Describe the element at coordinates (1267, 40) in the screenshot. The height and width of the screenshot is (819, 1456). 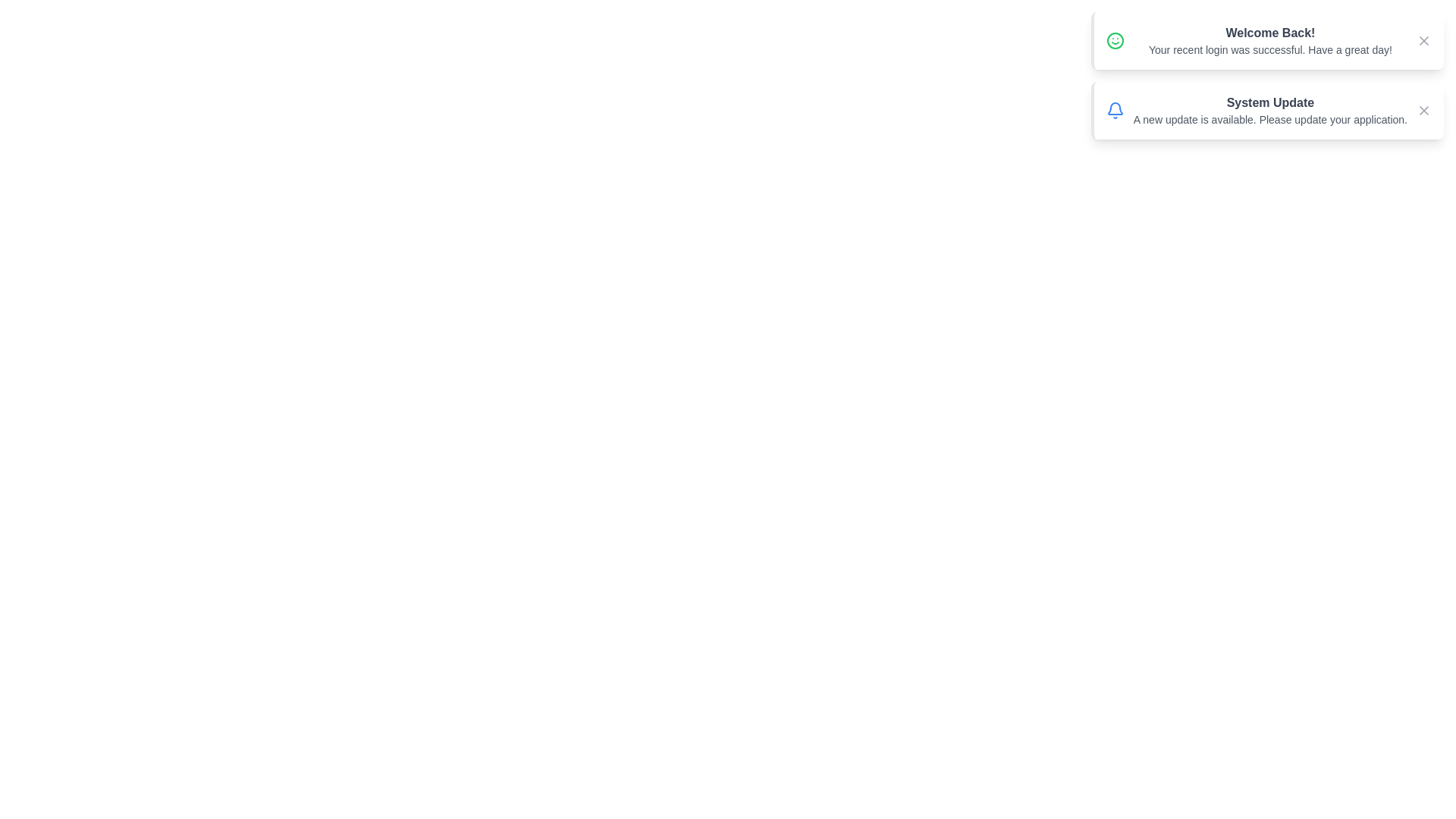
I see `the notification with title 'Welcome Back!'` at that location.